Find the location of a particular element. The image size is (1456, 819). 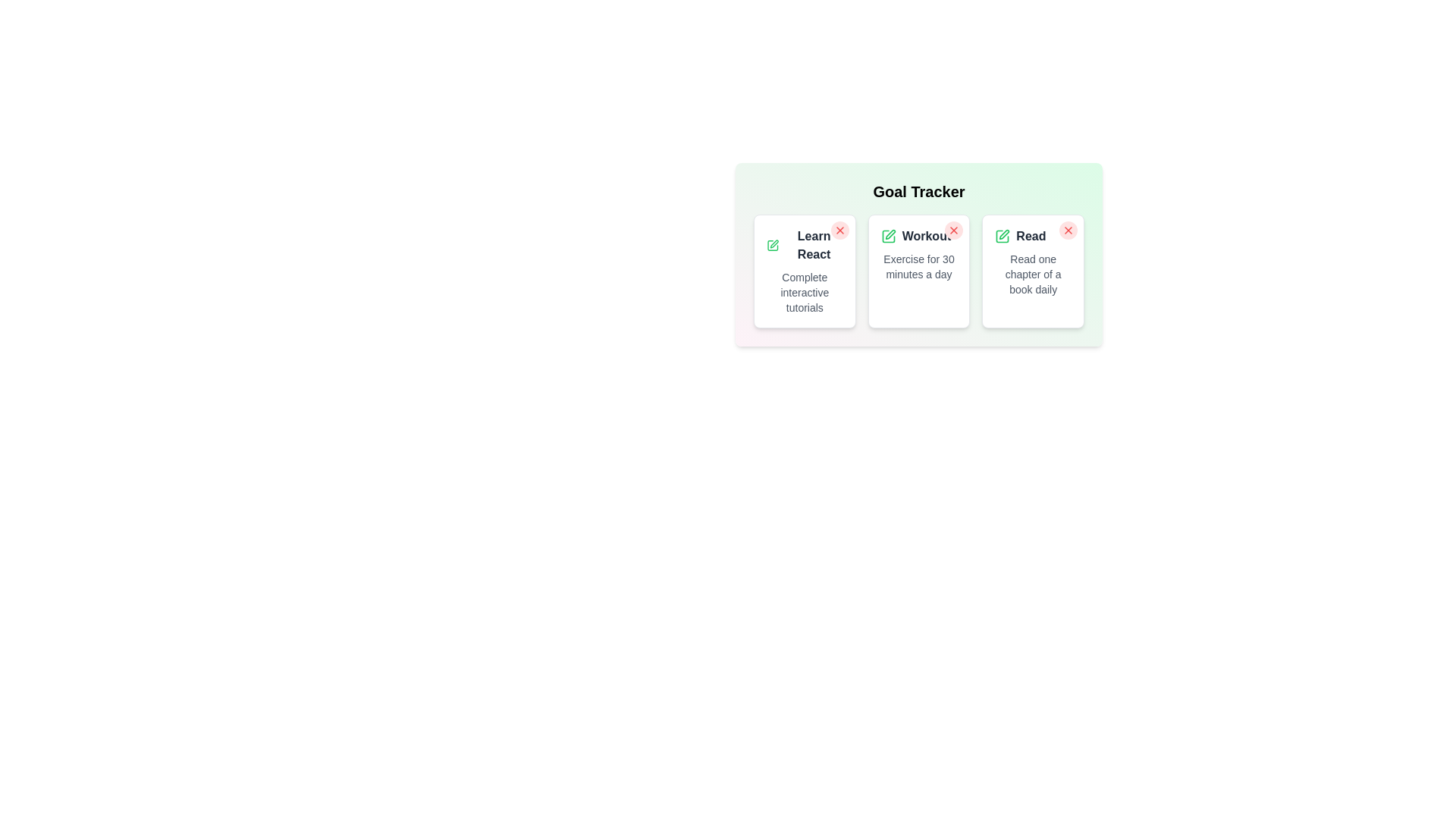

the edit icon for the goal titled 'Workout' is located at coordinates (888, 237).